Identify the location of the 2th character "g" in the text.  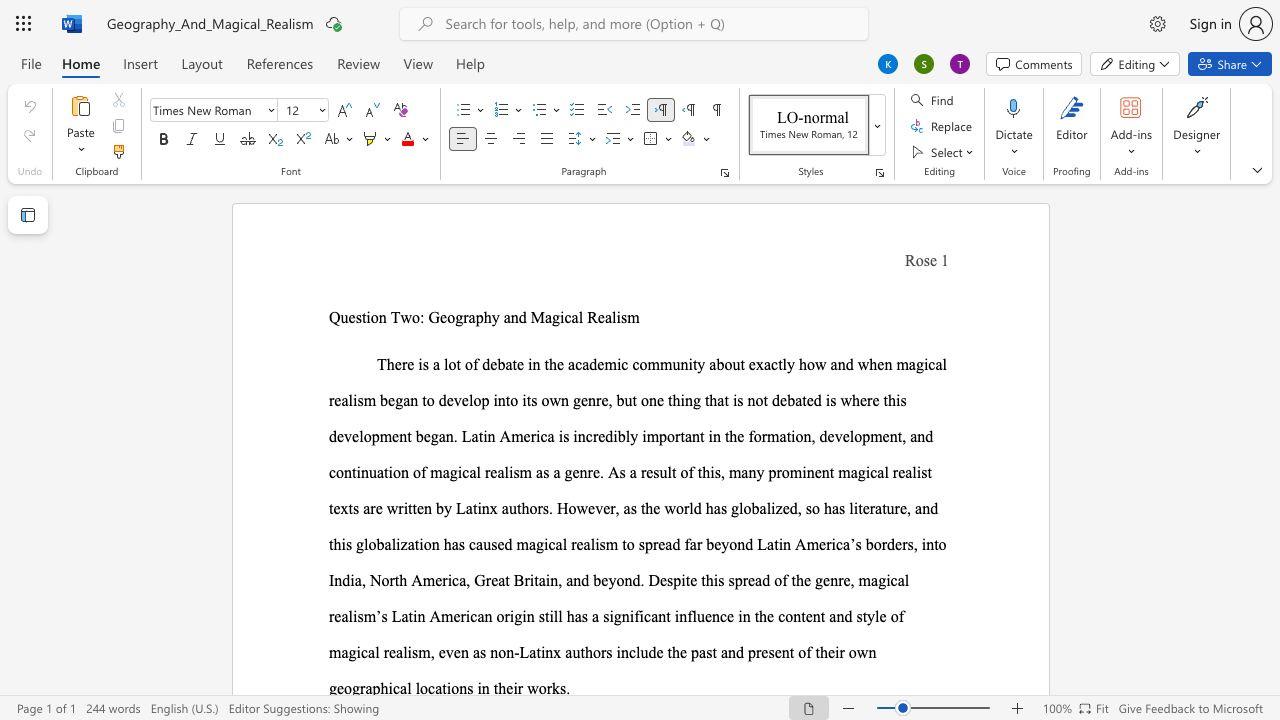
(556, 316).